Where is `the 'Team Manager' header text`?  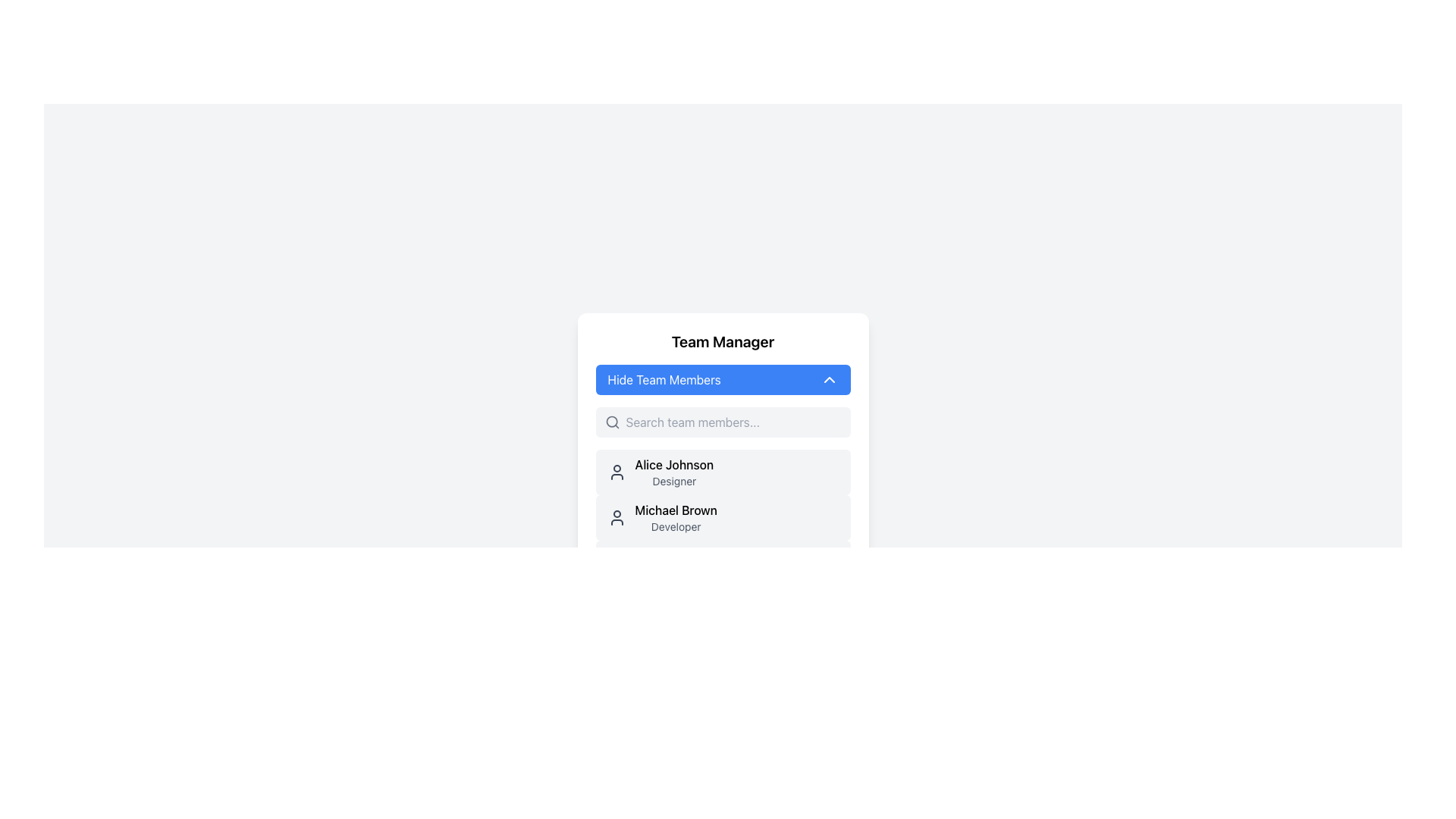
the 'Team Manager' header text is located at coordinates (722, 342).